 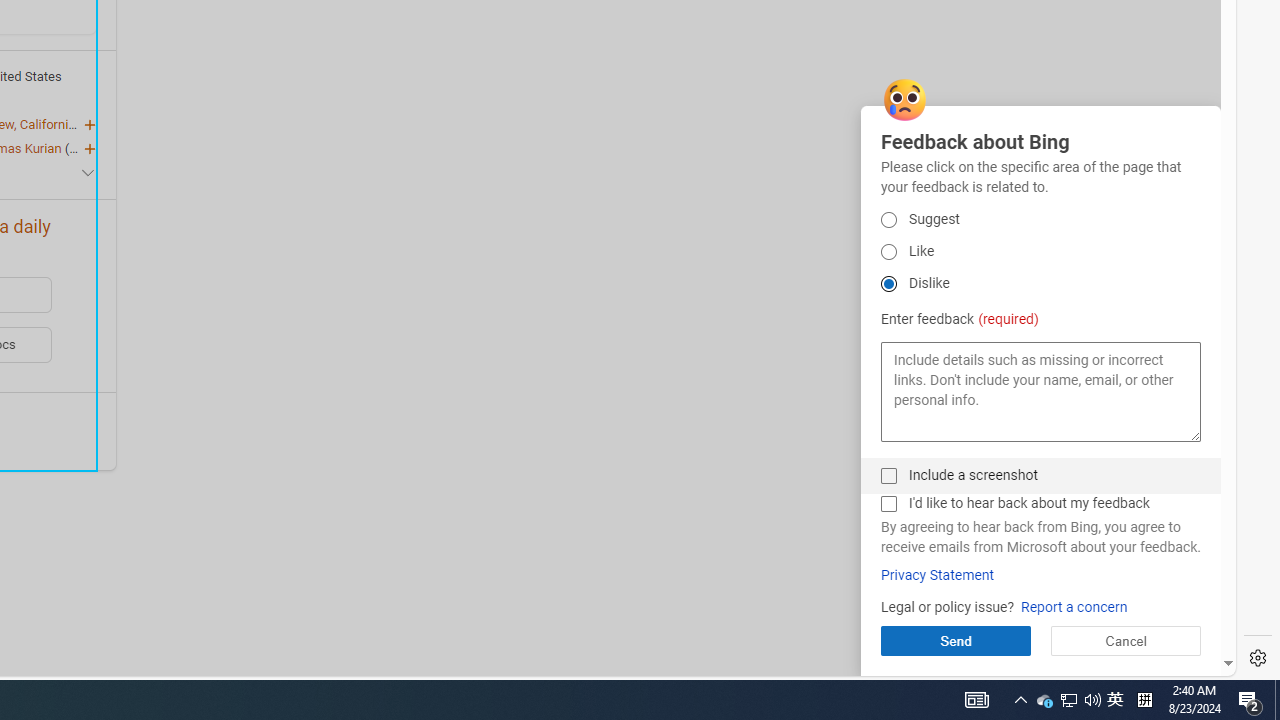 I want to click on 'I', so click(x=887, y=502).